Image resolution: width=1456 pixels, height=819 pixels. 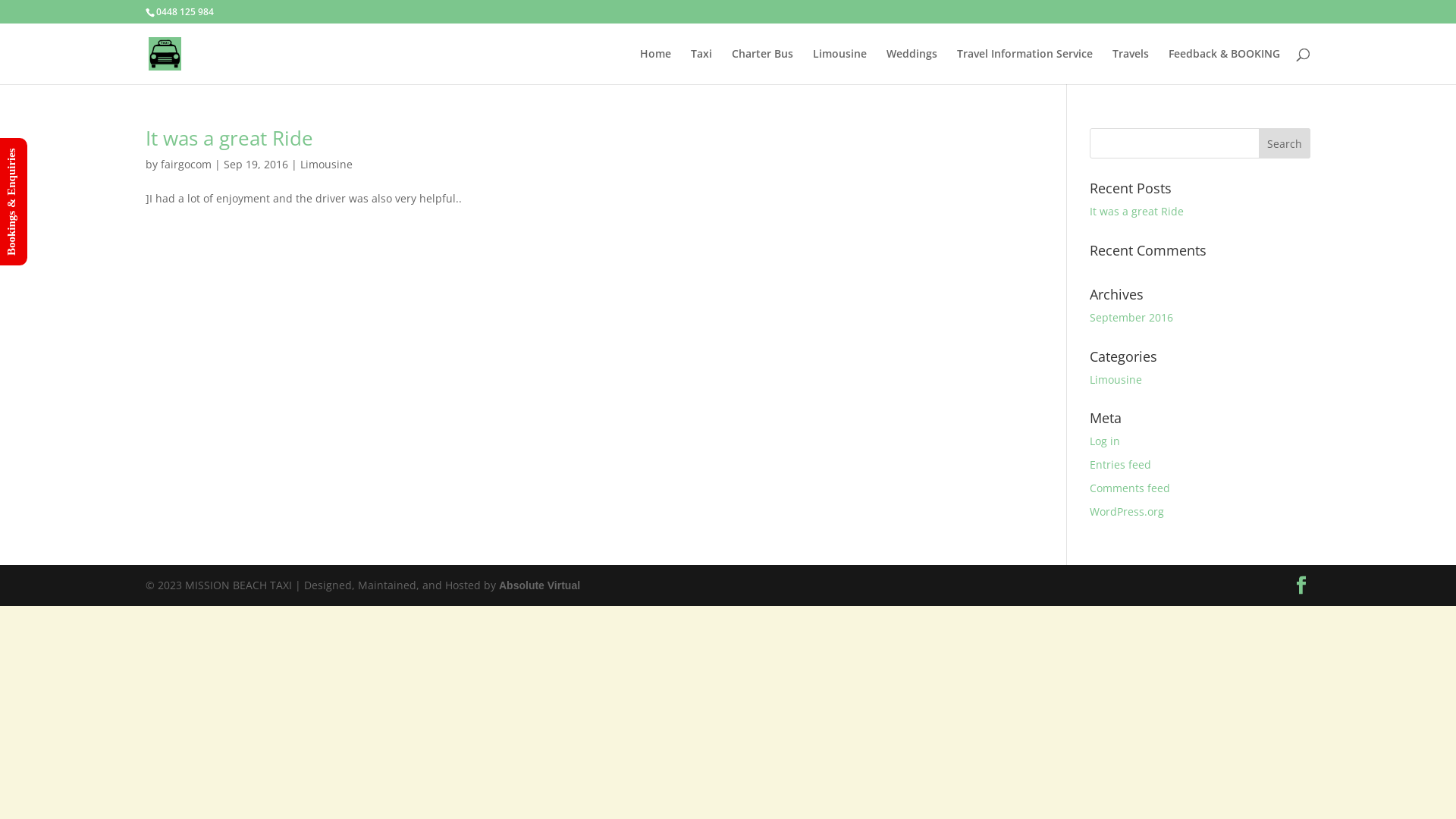 I want to click on 'Travels', so click(x=1131, y=65).